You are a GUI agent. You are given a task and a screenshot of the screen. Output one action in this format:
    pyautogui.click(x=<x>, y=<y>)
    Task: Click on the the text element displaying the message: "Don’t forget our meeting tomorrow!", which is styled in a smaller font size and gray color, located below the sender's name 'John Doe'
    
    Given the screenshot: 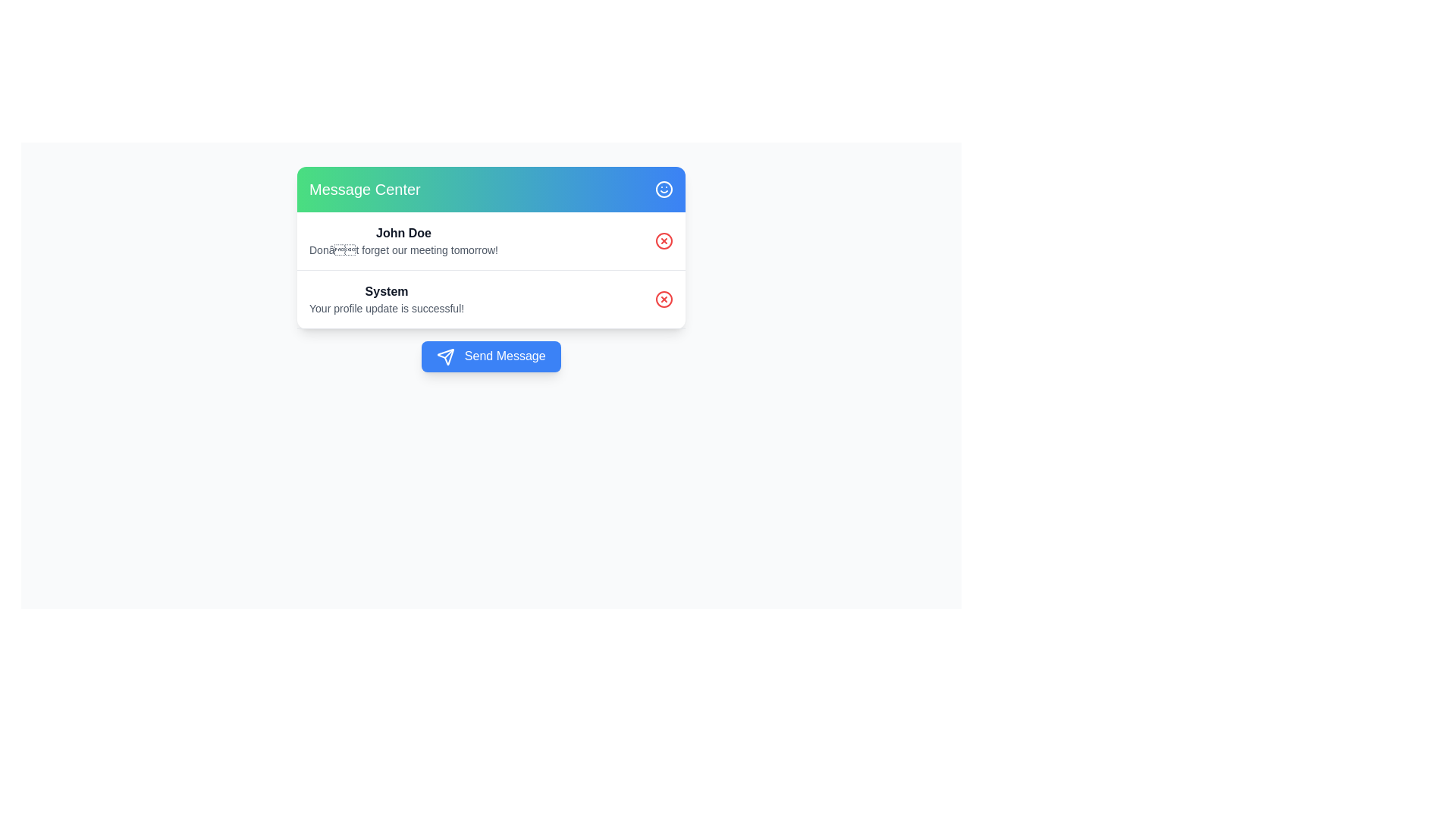 What is the action you would take?
    pyautogui.click(x=403, y=249)
    